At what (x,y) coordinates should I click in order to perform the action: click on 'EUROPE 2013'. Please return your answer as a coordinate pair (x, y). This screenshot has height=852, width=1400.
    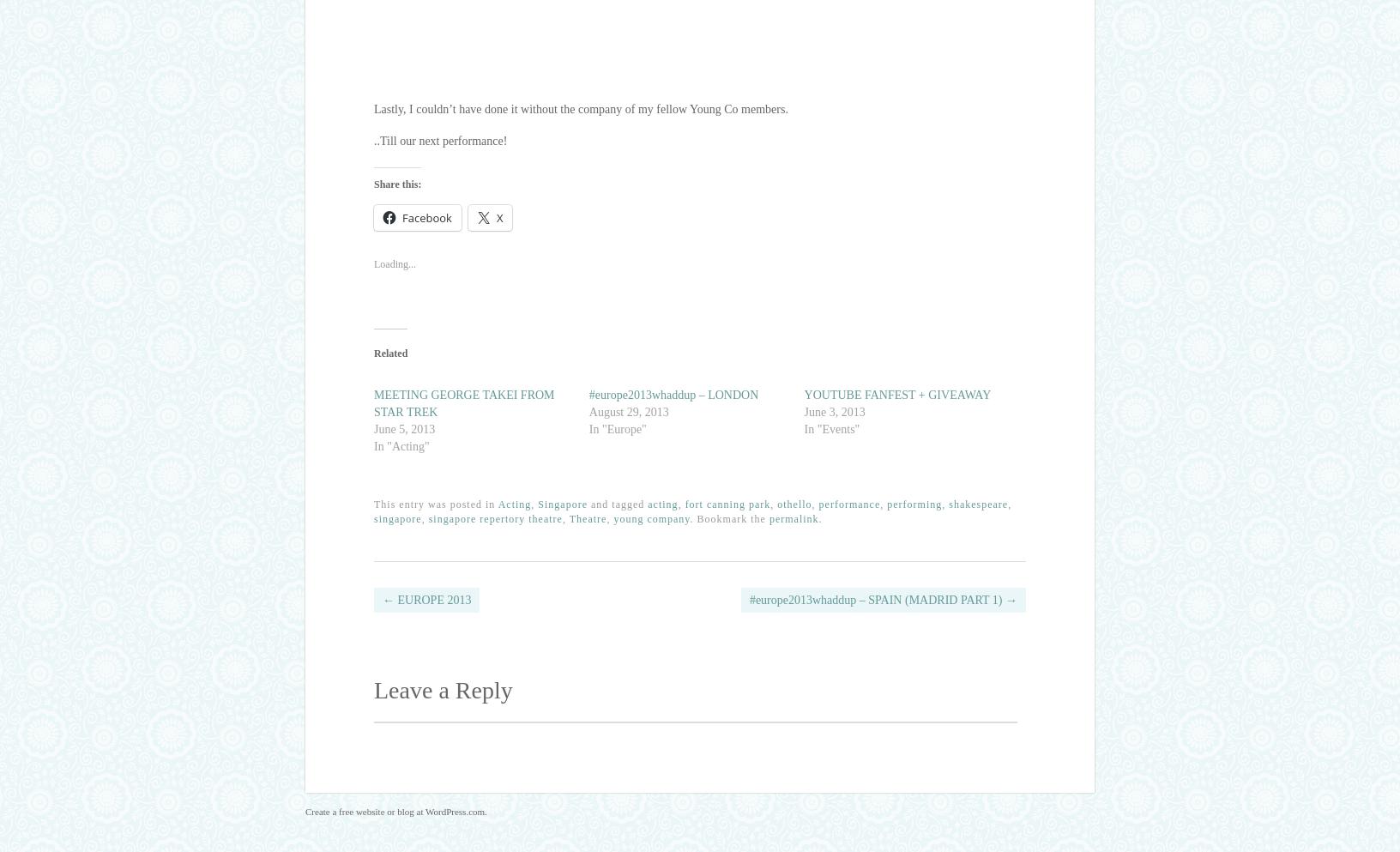
    Looking at the image, I should click on (394, 598).